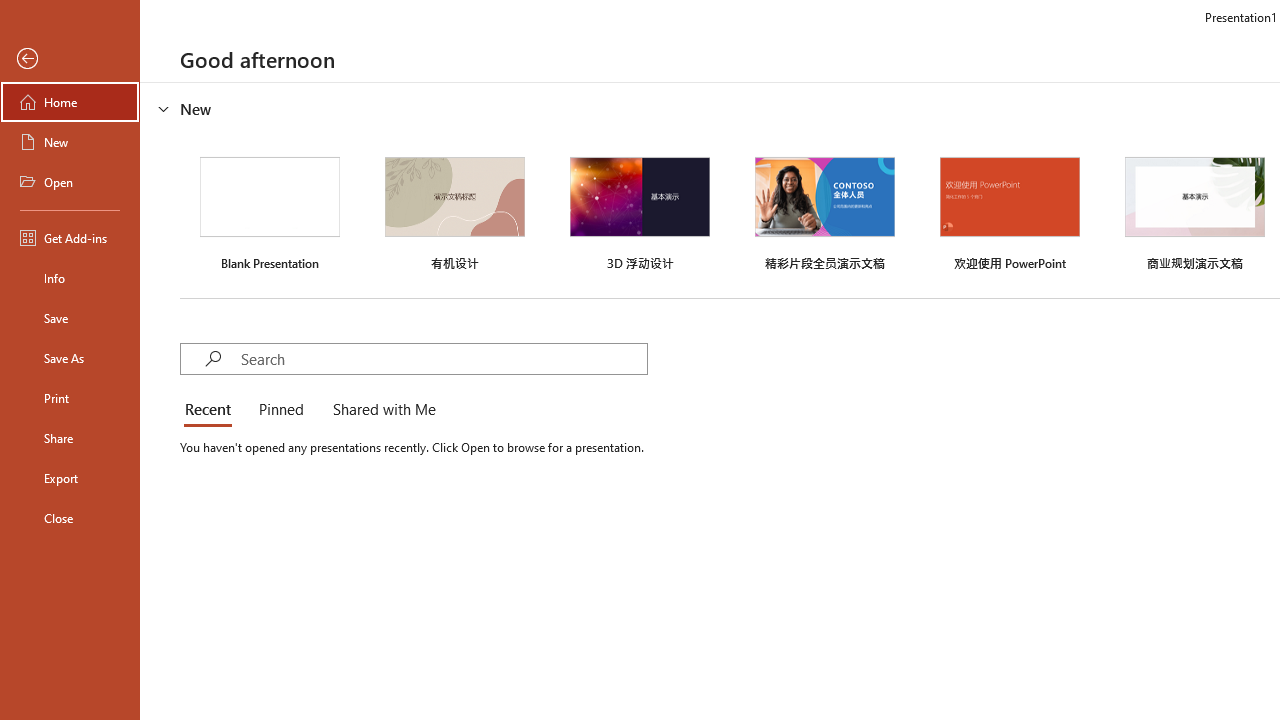 This screenshot has height=720, width=1280. I want to click on 'Shared with Me', so click(380, 410).